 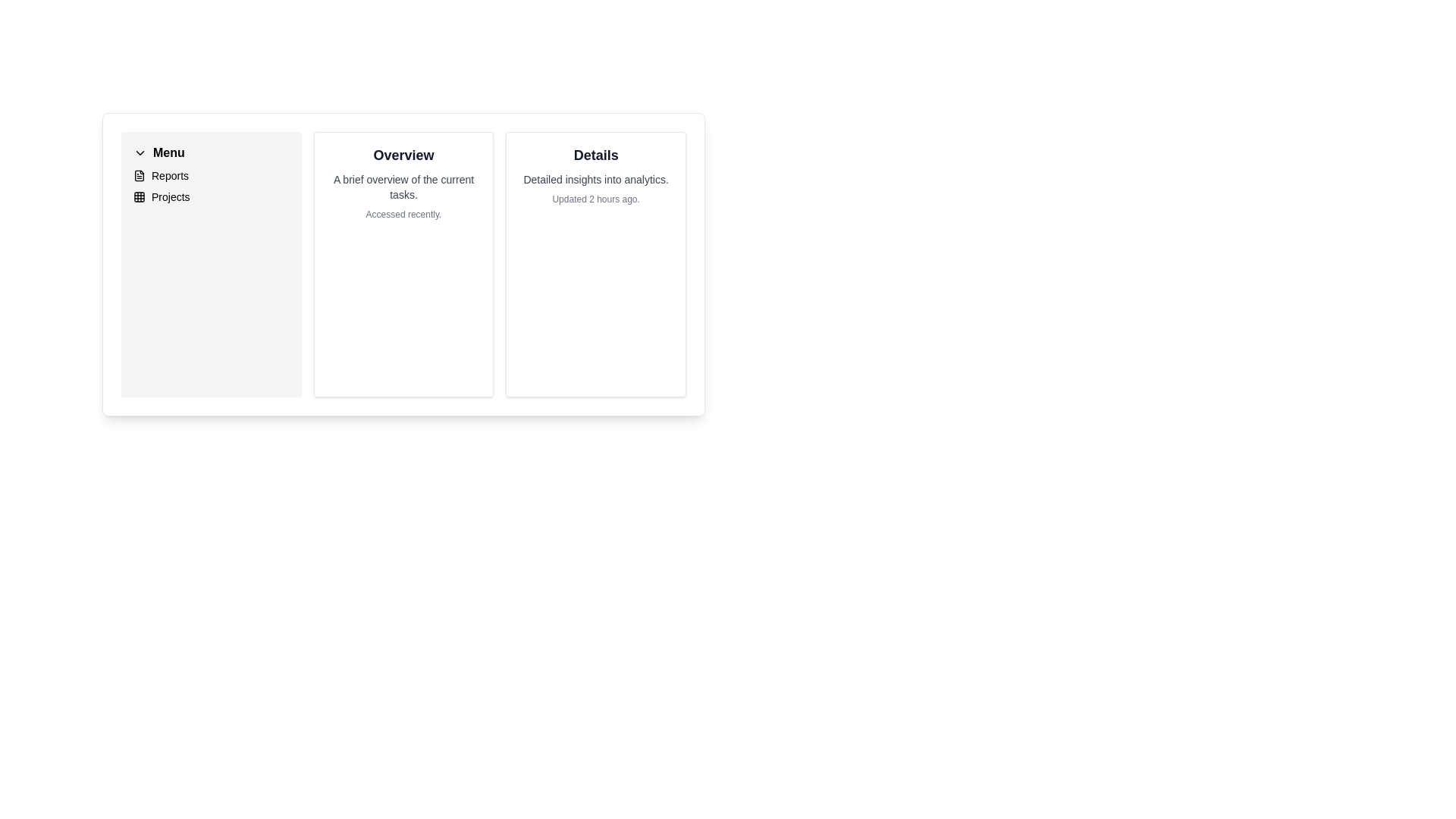 I want to click on the static text that provides descriptive information related to analytics, positioned below the 'Details' title and above the timestamp text in the rightmost section of the interface, so click(x=595, y=178).